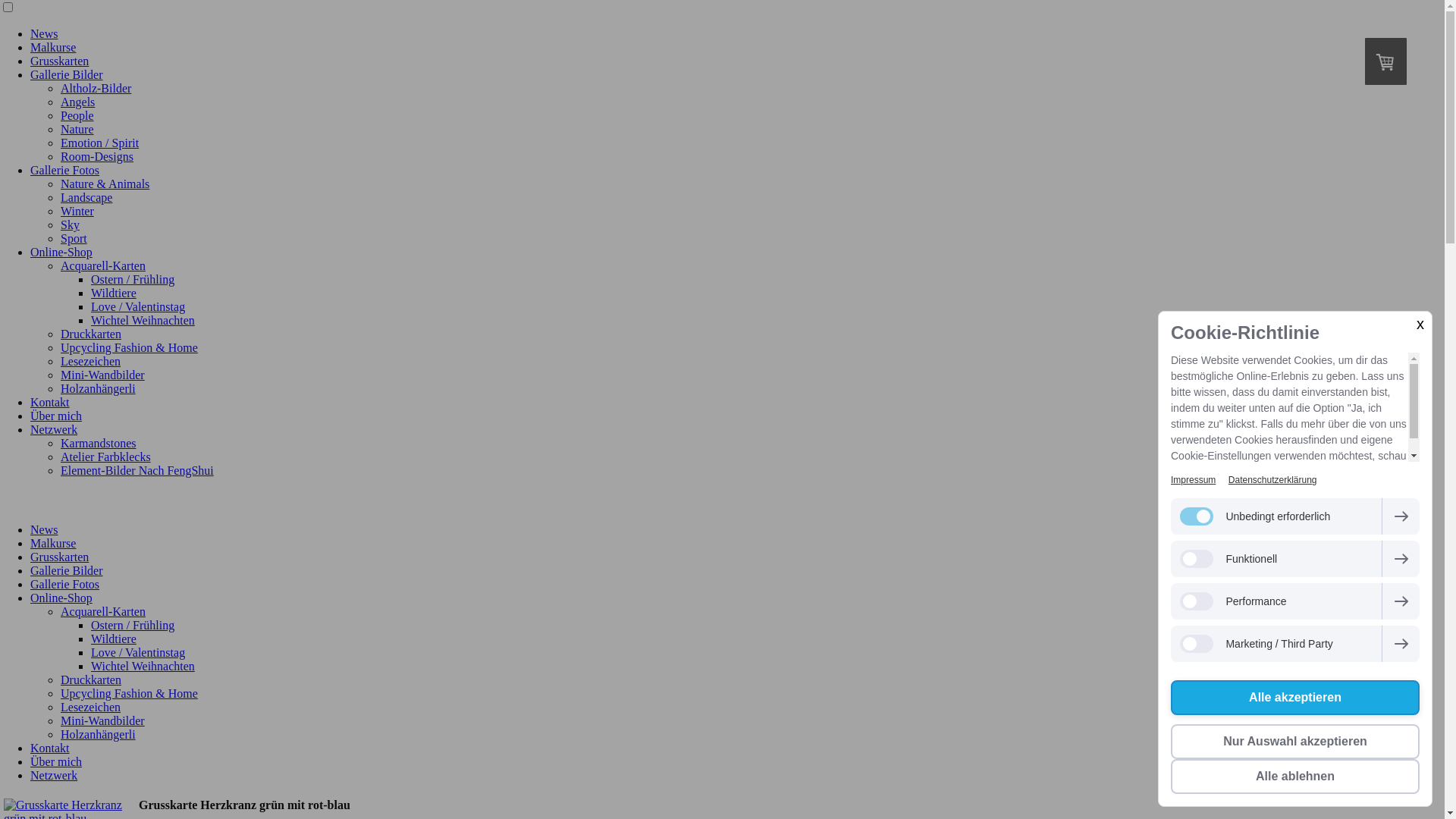 This screenshot has height=819, width=1456. What do you see at coordinates (143, 665) in the screenshot?
I see `'Wichtel Weihnachten'` at bounding box center [143, 665].